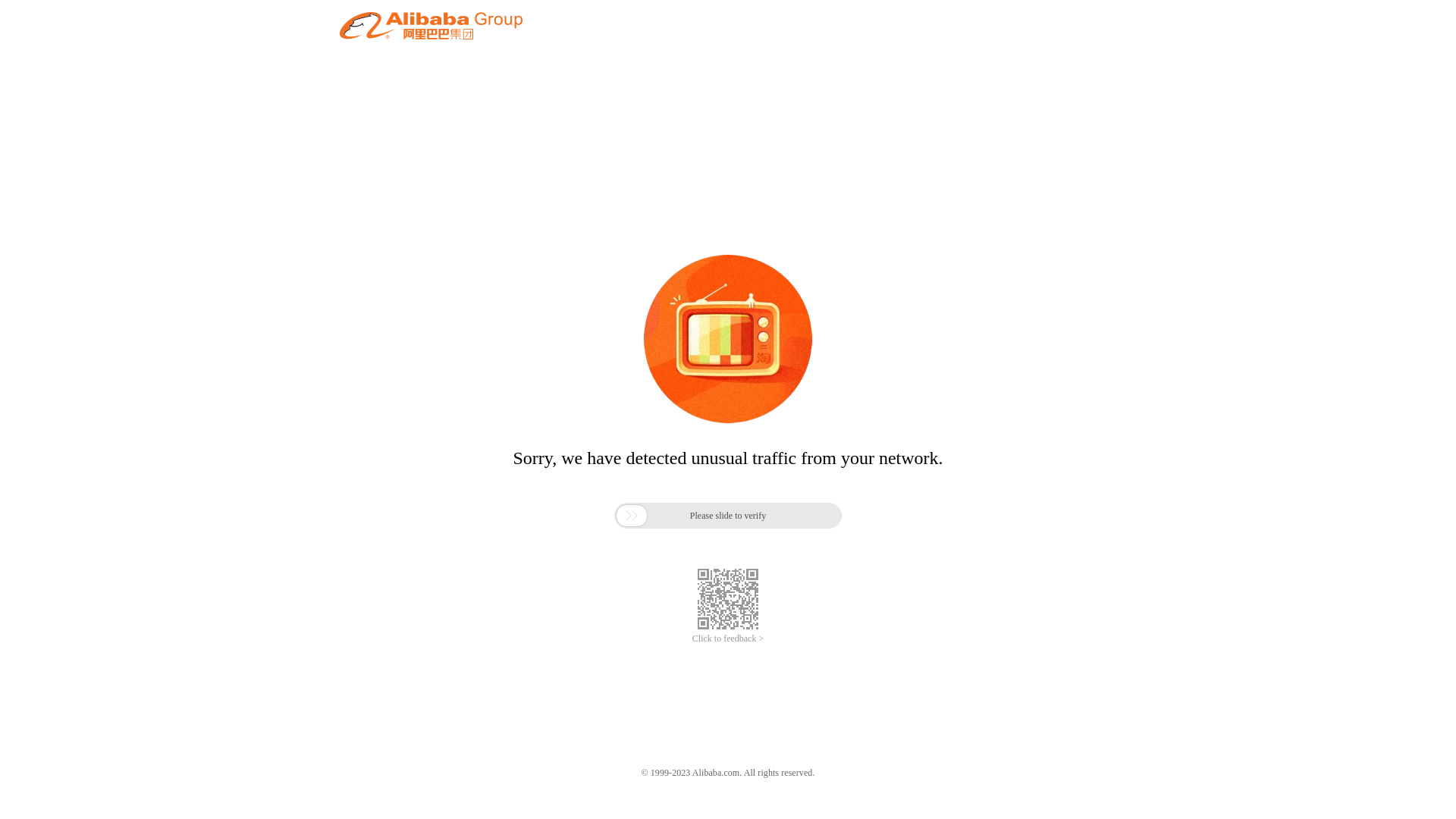 The height and width of the screenshot is (819, 1456). I want to click on 'Click to feedback >', so click(728, 639).